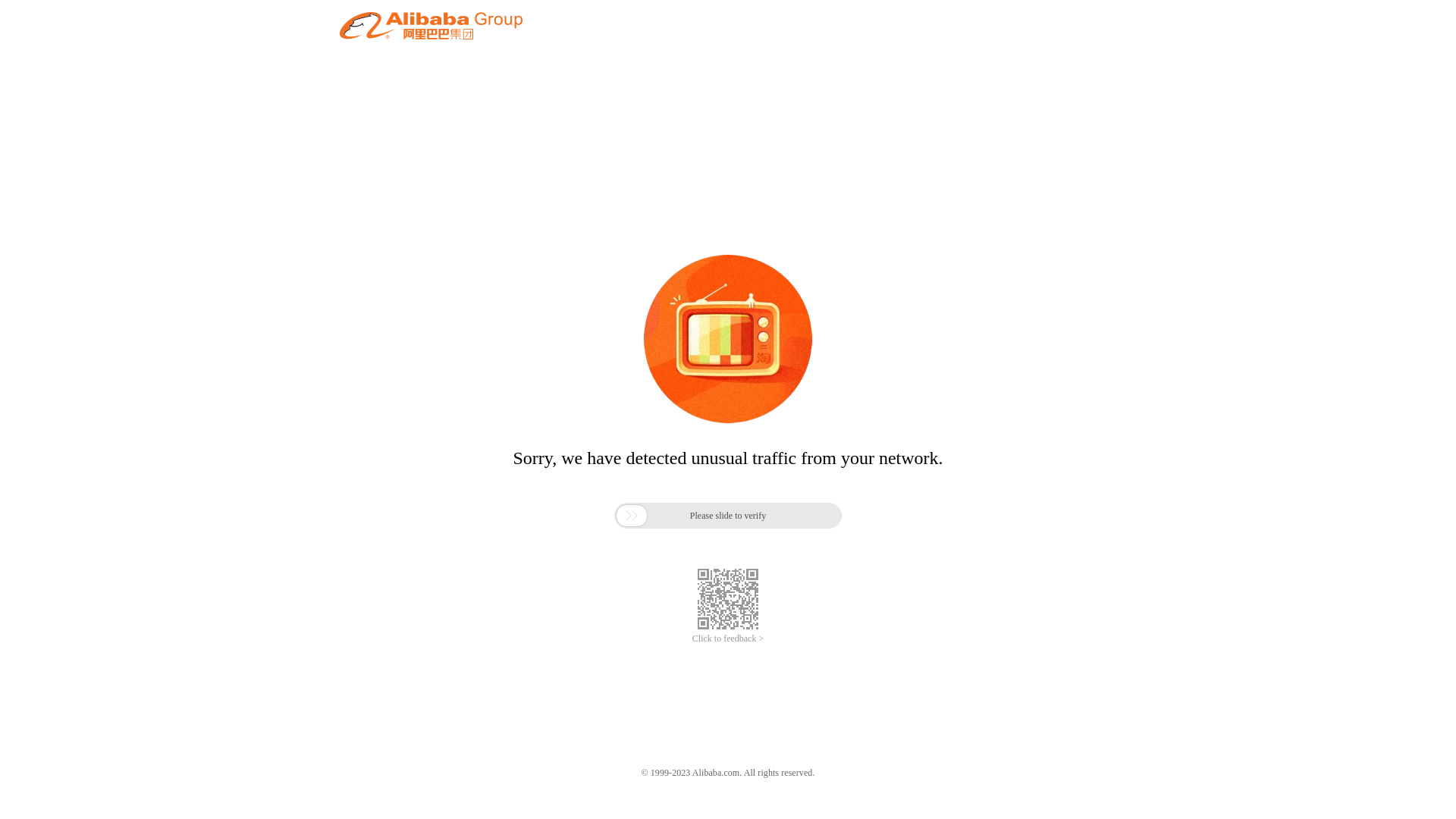 The height and width of the screenshot is (819, 1456). I want to click on 'Click to feedback >', so click(728, 639).